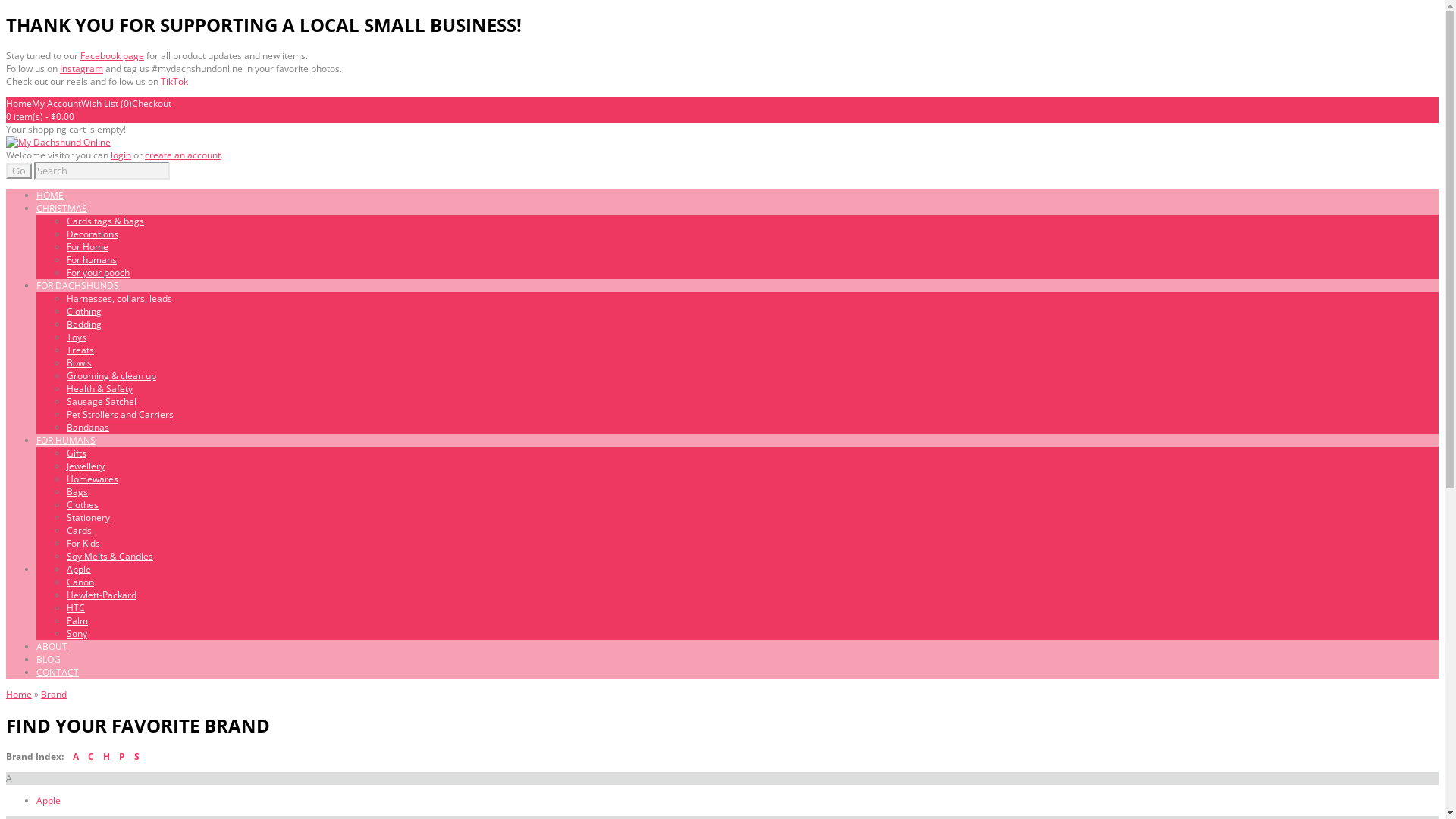  Describe the element at coordinates (65, 620) in the screenshot. I see `'Palm'` at that location.